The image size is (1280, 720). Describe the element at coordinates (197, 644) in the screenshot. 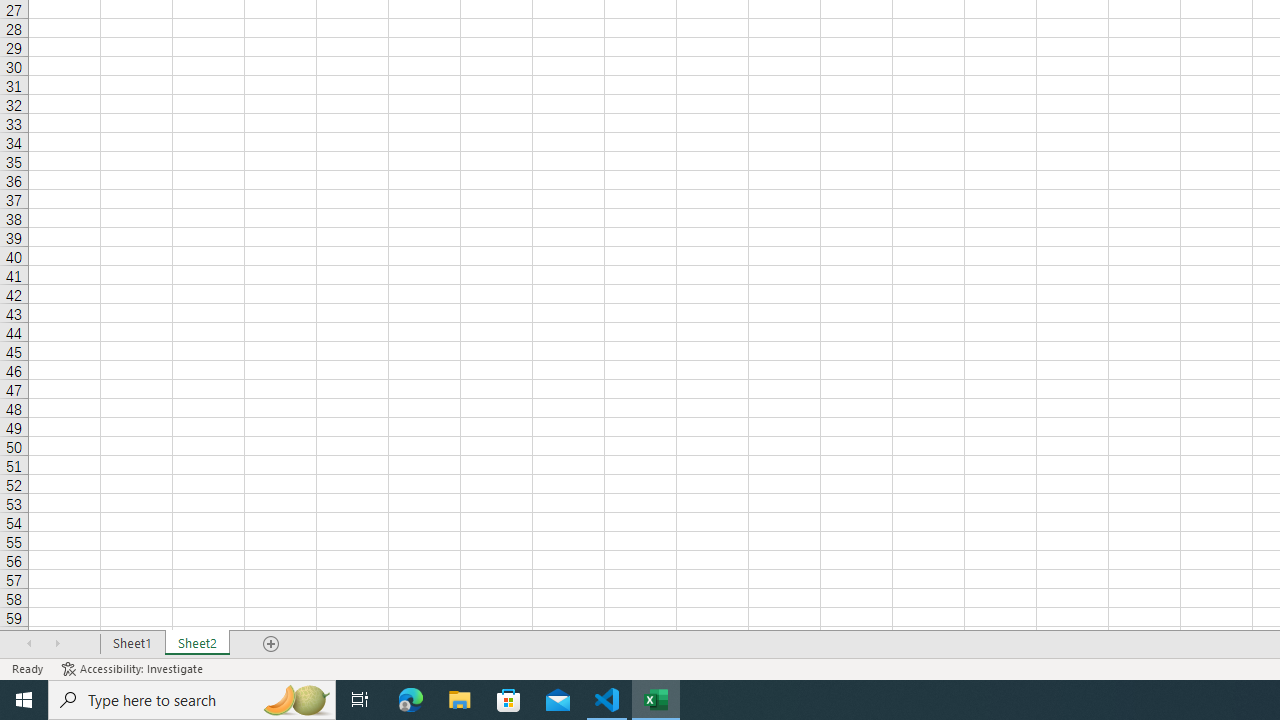

I see `'Sheet2'` at that location.